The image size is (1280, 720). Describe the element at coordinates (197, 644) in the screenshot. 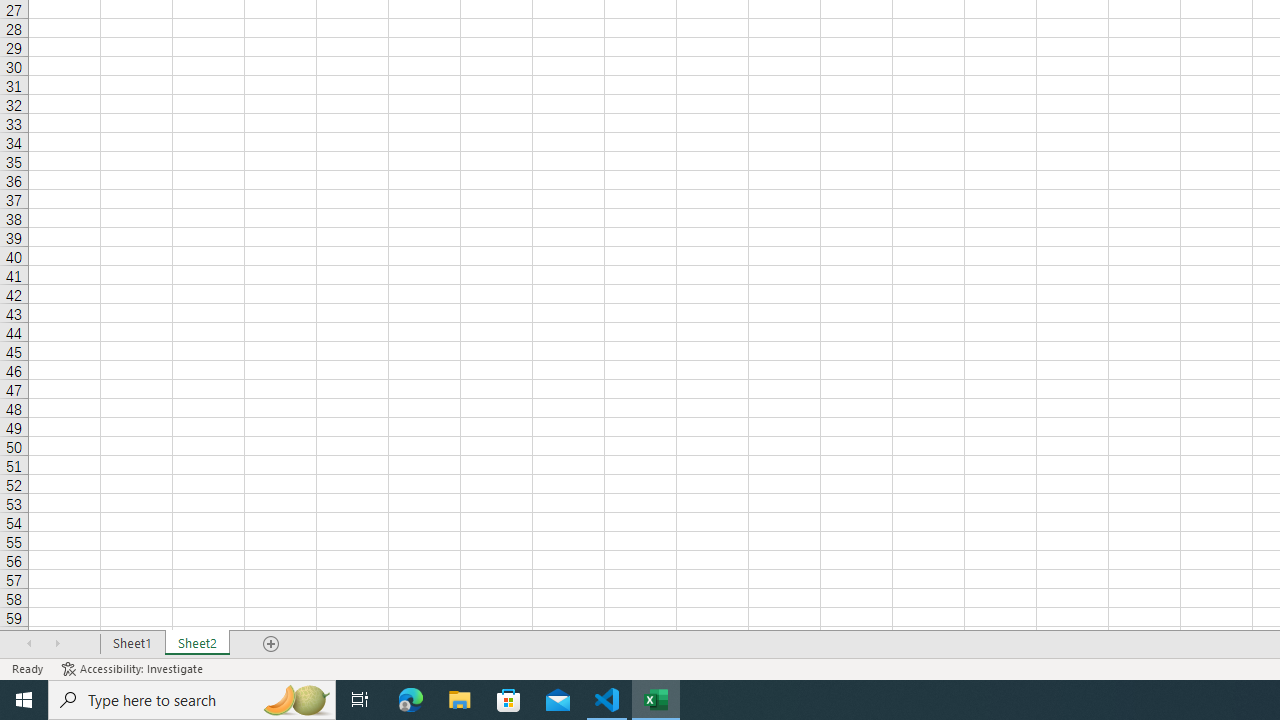

I see `'Sheet2'` at that location.